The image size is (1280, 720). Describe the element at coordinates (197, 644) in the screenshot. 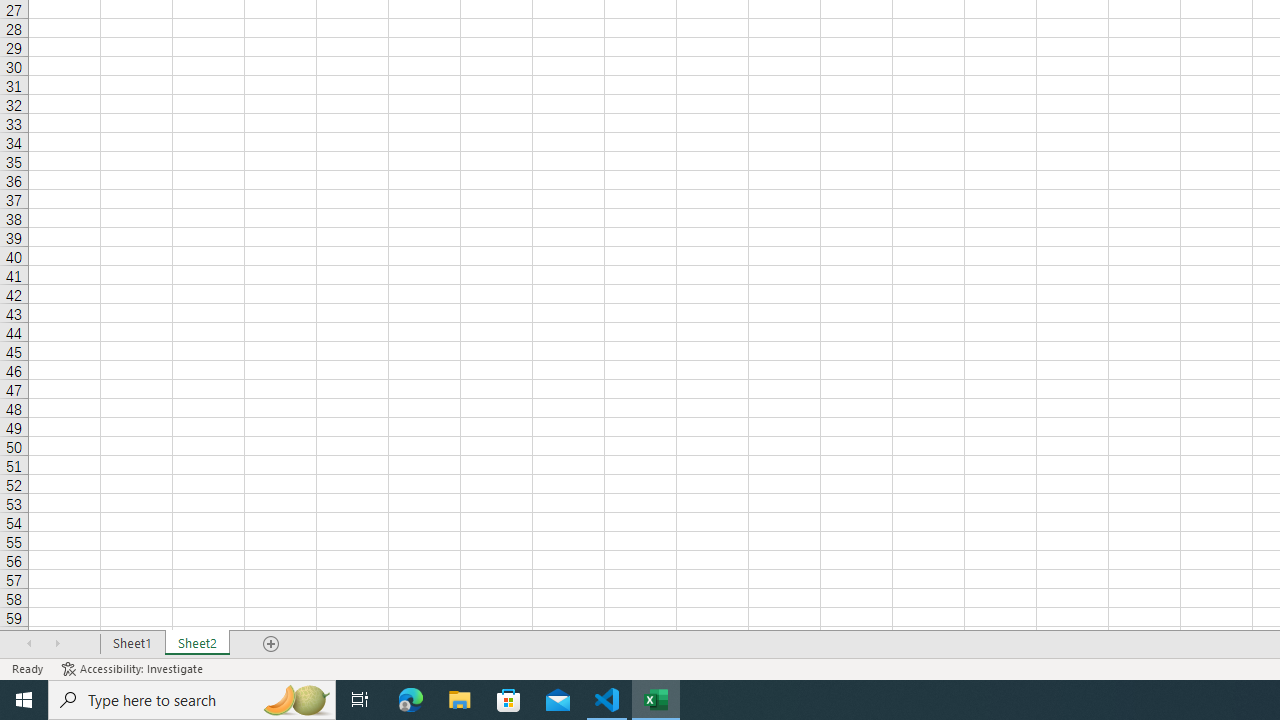

I see `'Sheet2'` at that location.